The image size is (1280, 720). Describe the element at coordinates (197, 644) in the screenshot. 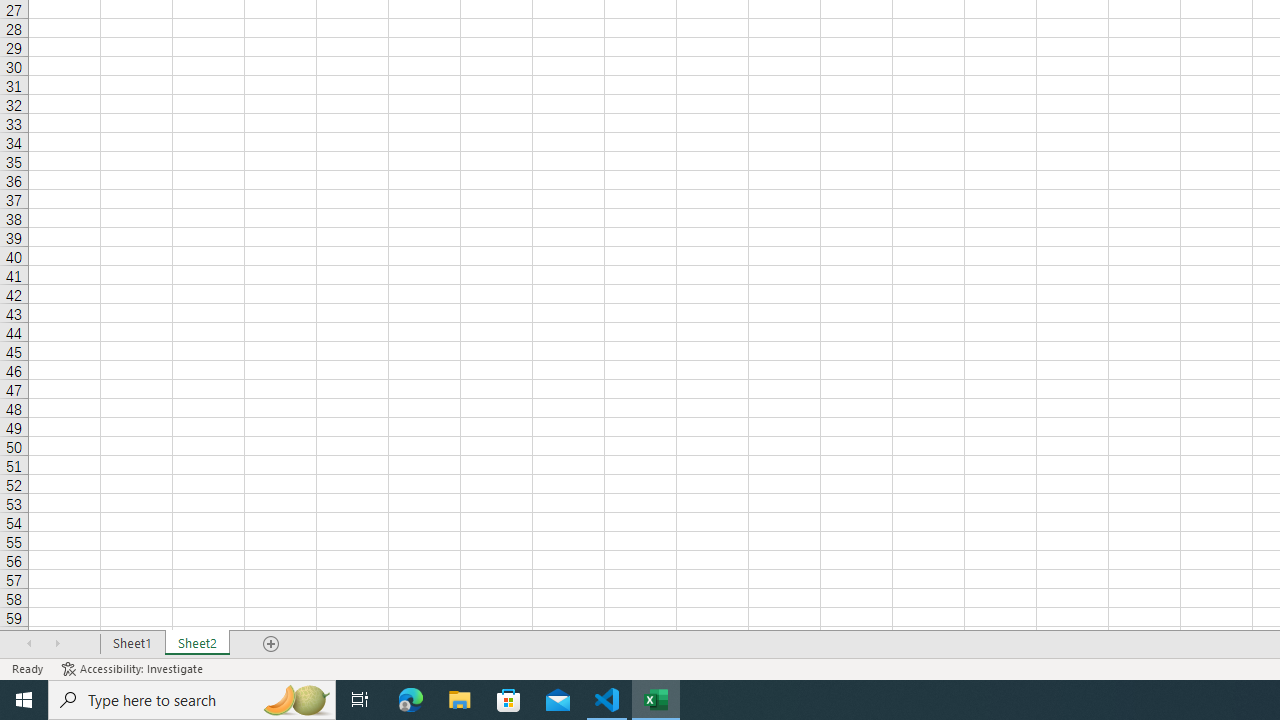

I see `'Sheet2'` at that location.